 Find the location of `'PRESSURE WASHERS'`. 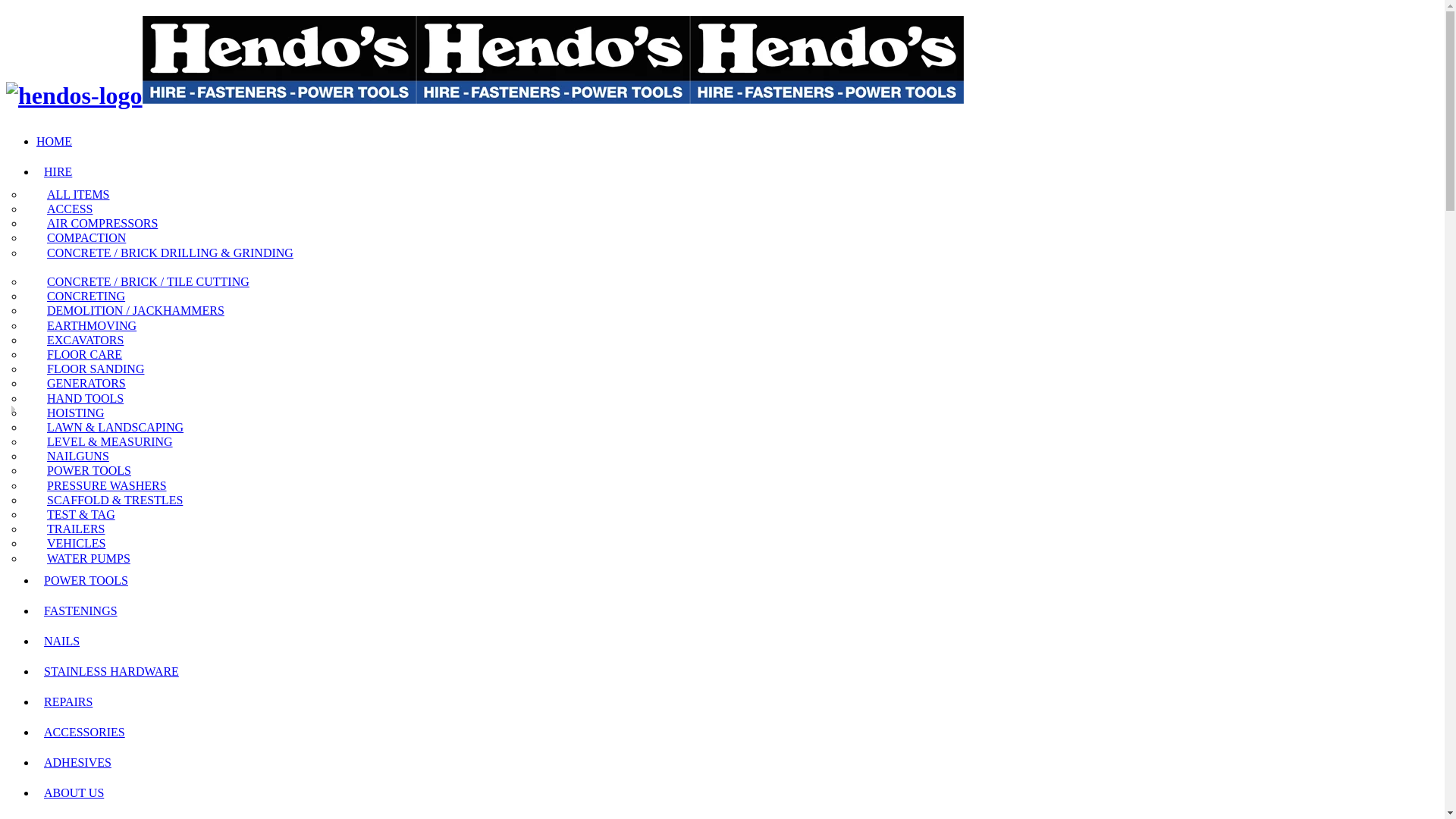

'PRESSURE WASHERS' is located at coordinates (102, 485).